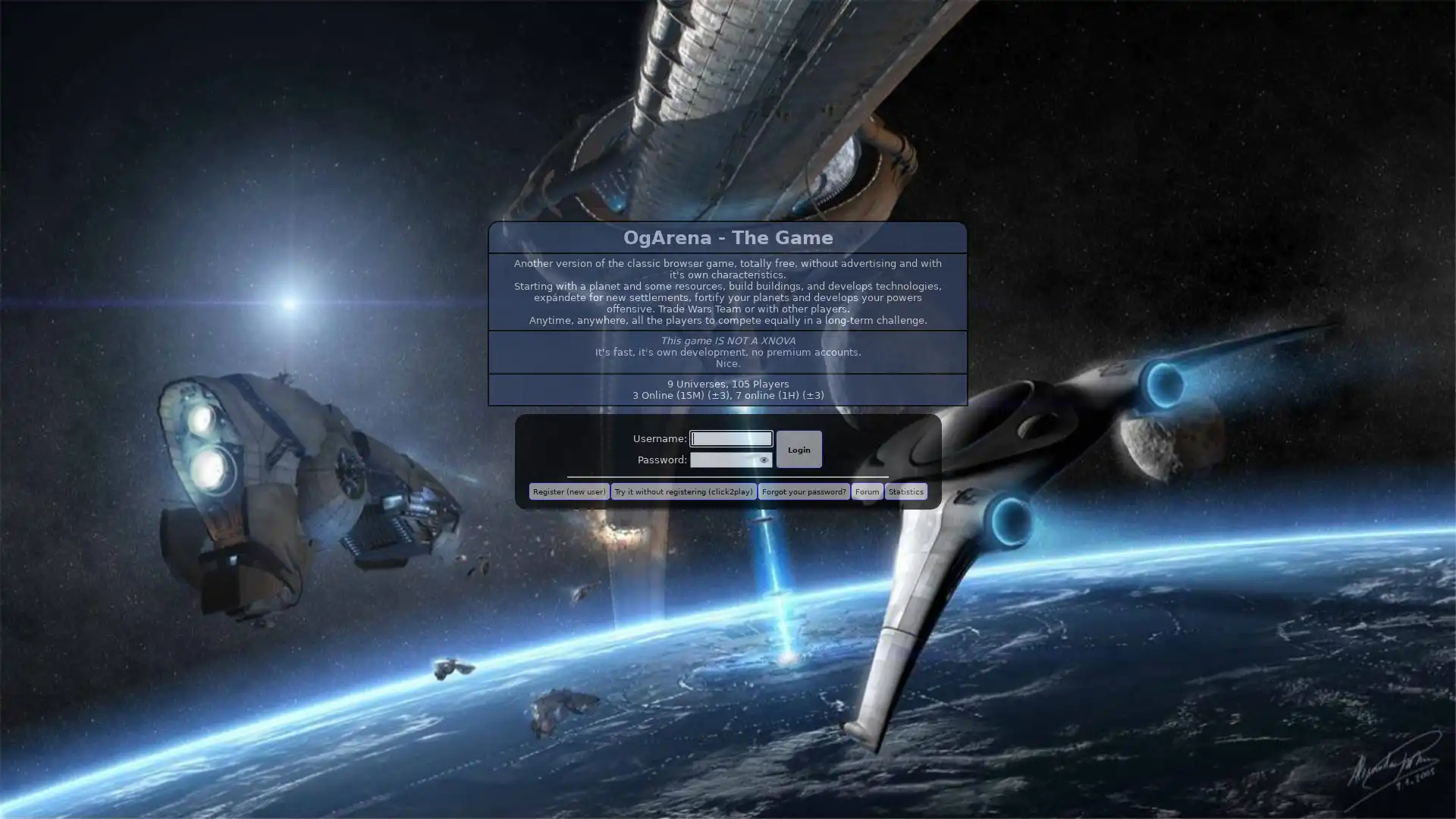 This screenshot has height=819, width=1456. Describe the element at coordinates (798, 448) in the screenshot. I see `Login` at that location.